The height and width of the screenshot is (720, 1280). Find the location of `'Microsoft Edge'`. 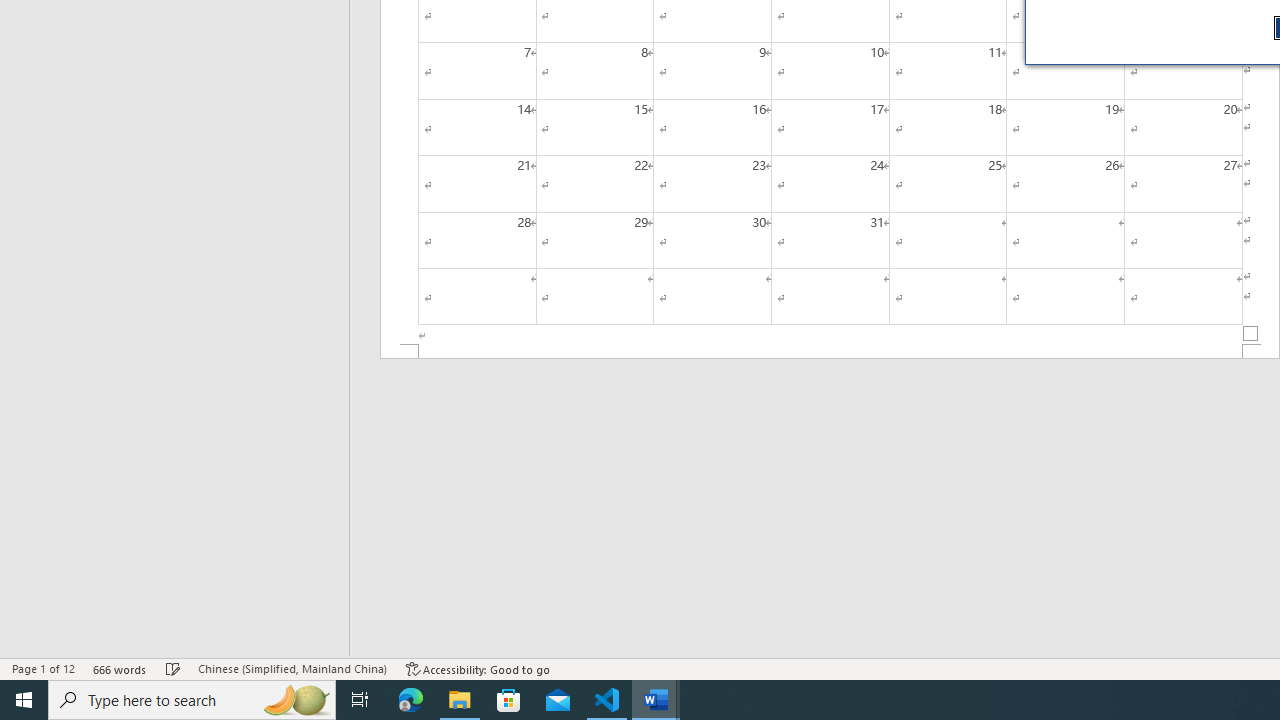

'Microsoft Edge' is located at coordinates (410, 698).